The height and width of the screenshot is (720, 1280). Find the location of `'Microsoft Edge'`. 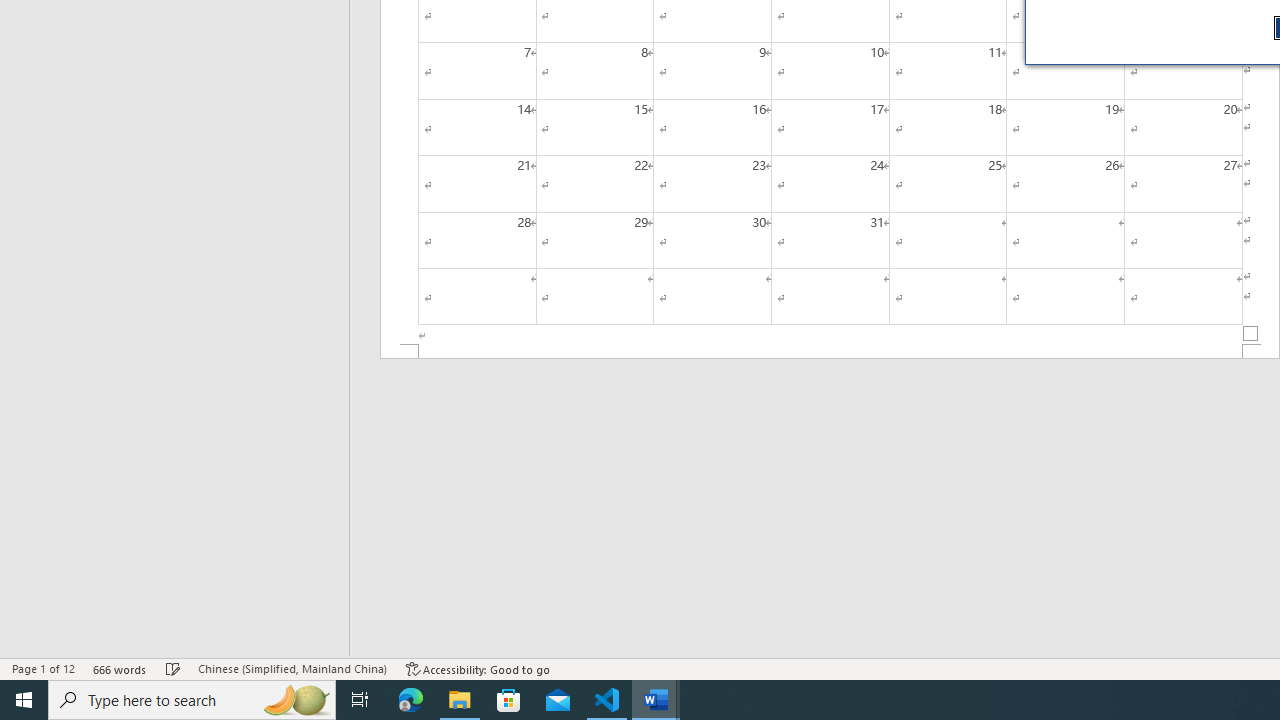

'Microsoft Edge' is located at coordinates (410, 698).